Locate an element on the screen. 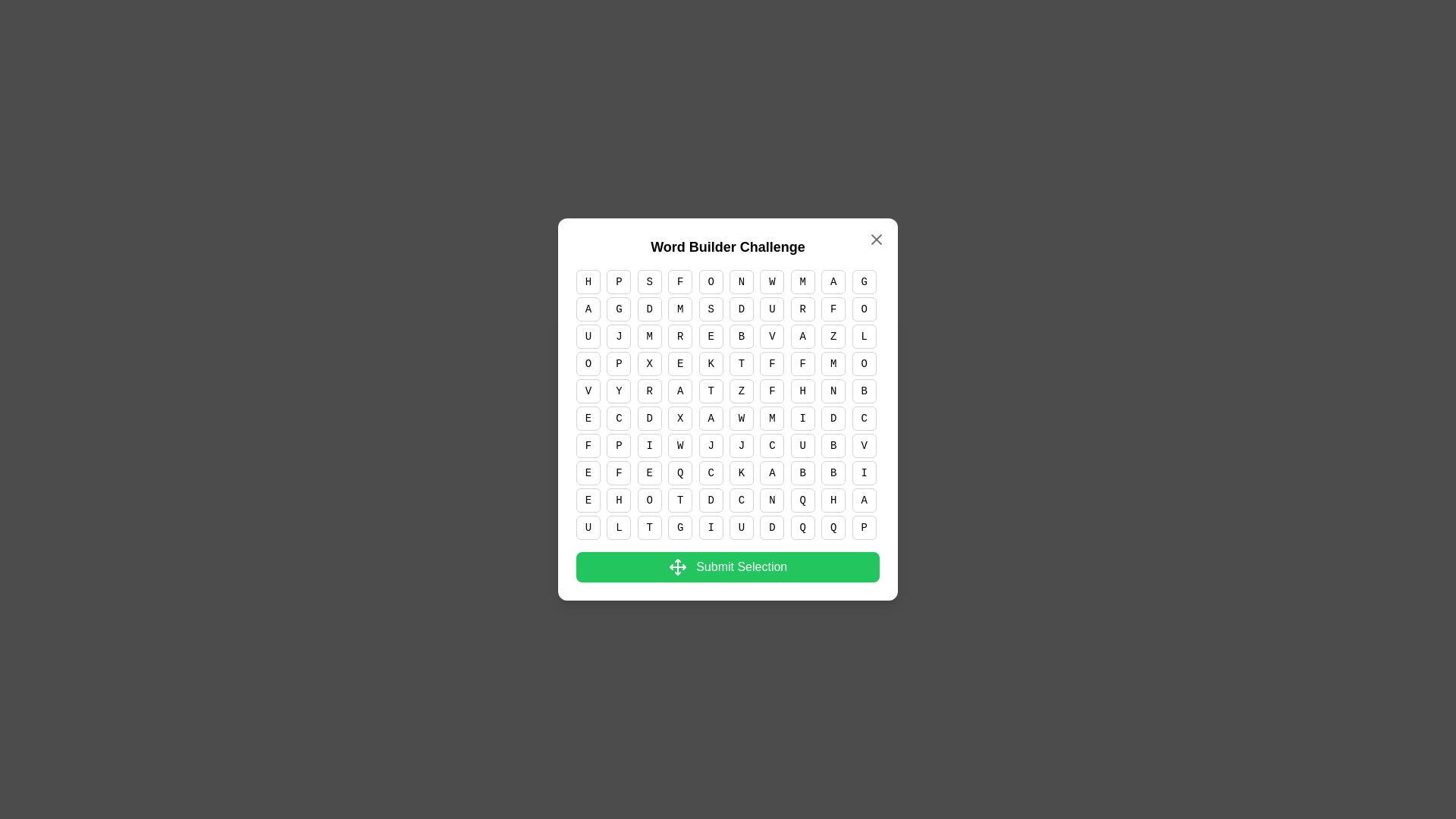 The width and height of the screenshot is (1456, 819). the 'X' button at the top-right corner of the dialog to close it is located at coordinates (877, 239).